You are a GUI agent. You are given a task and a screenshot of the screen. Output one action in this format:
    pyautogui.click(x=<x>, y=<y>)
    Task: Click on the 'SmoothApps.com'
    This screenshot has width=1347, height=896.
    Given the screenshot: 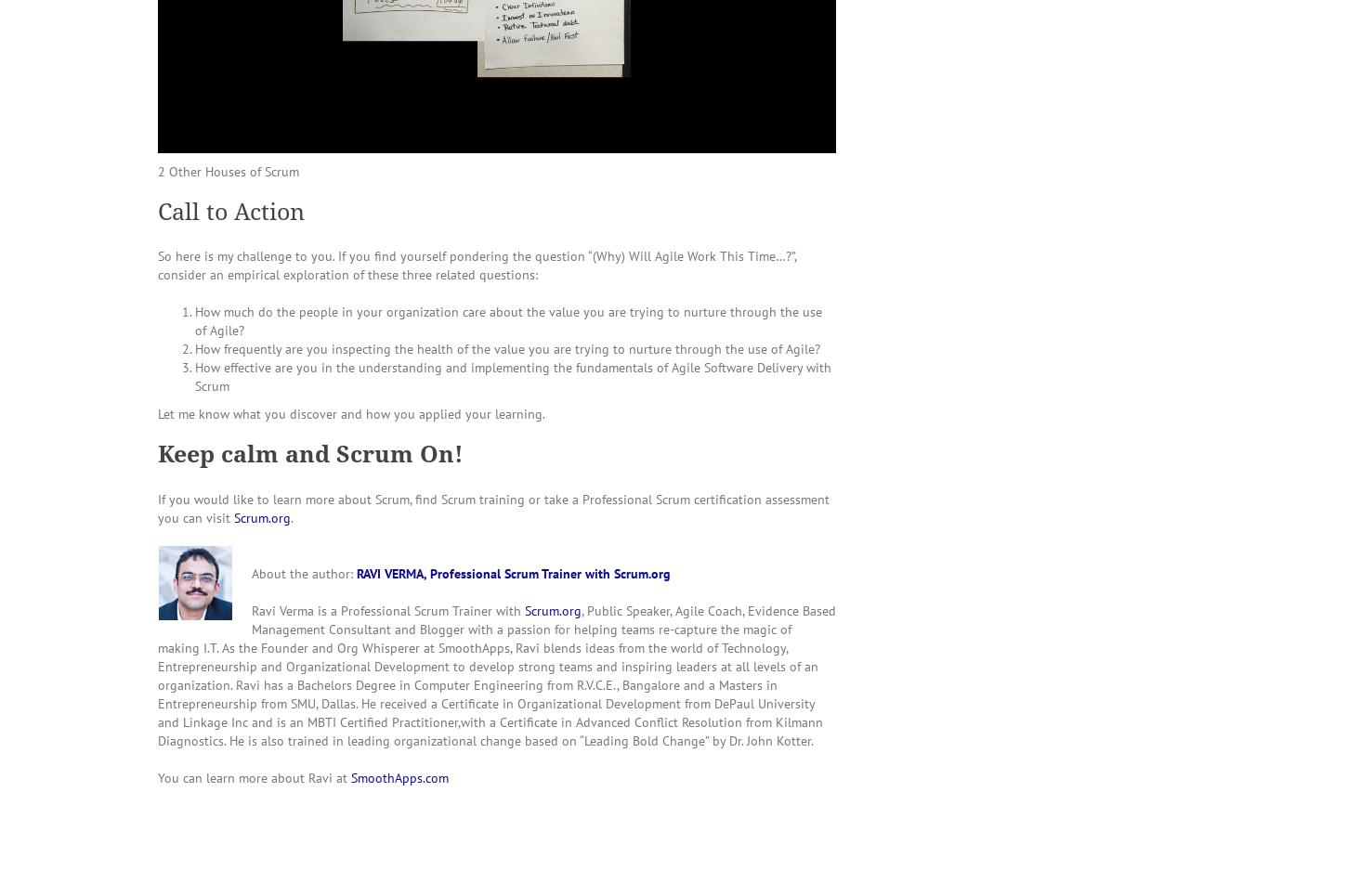 What is the action you would take?
    pyautogui.click(x=350, y=776)
    